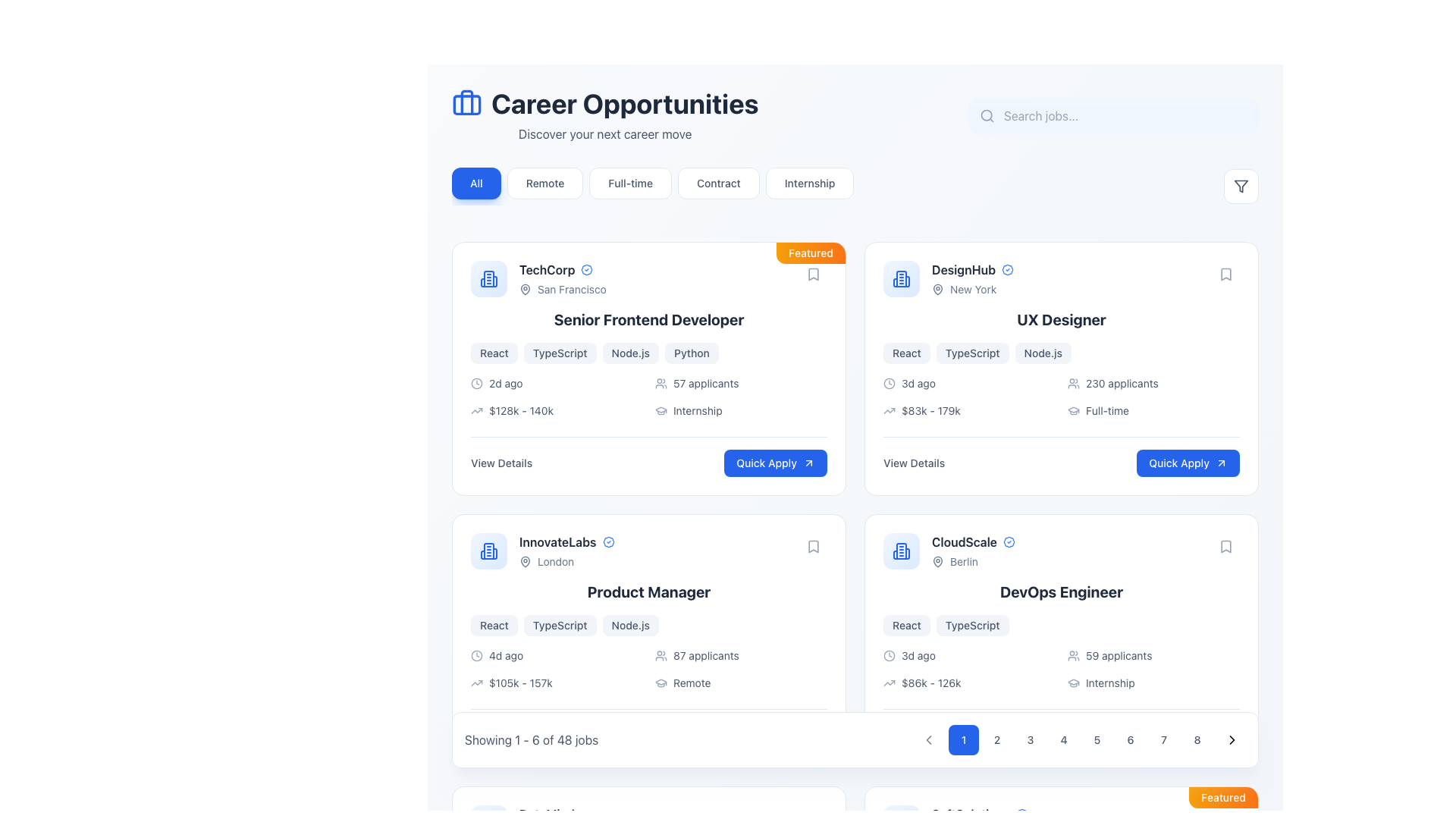 This screenshot has width=1456, height=819. Describe the element at coordinates (630, 183) in the screenshot. I see `the 'Full-time' button, which is a rectangular button with a white background and gray text, located in the third position of a horizontal row of buttons for activating the filter` at that location.